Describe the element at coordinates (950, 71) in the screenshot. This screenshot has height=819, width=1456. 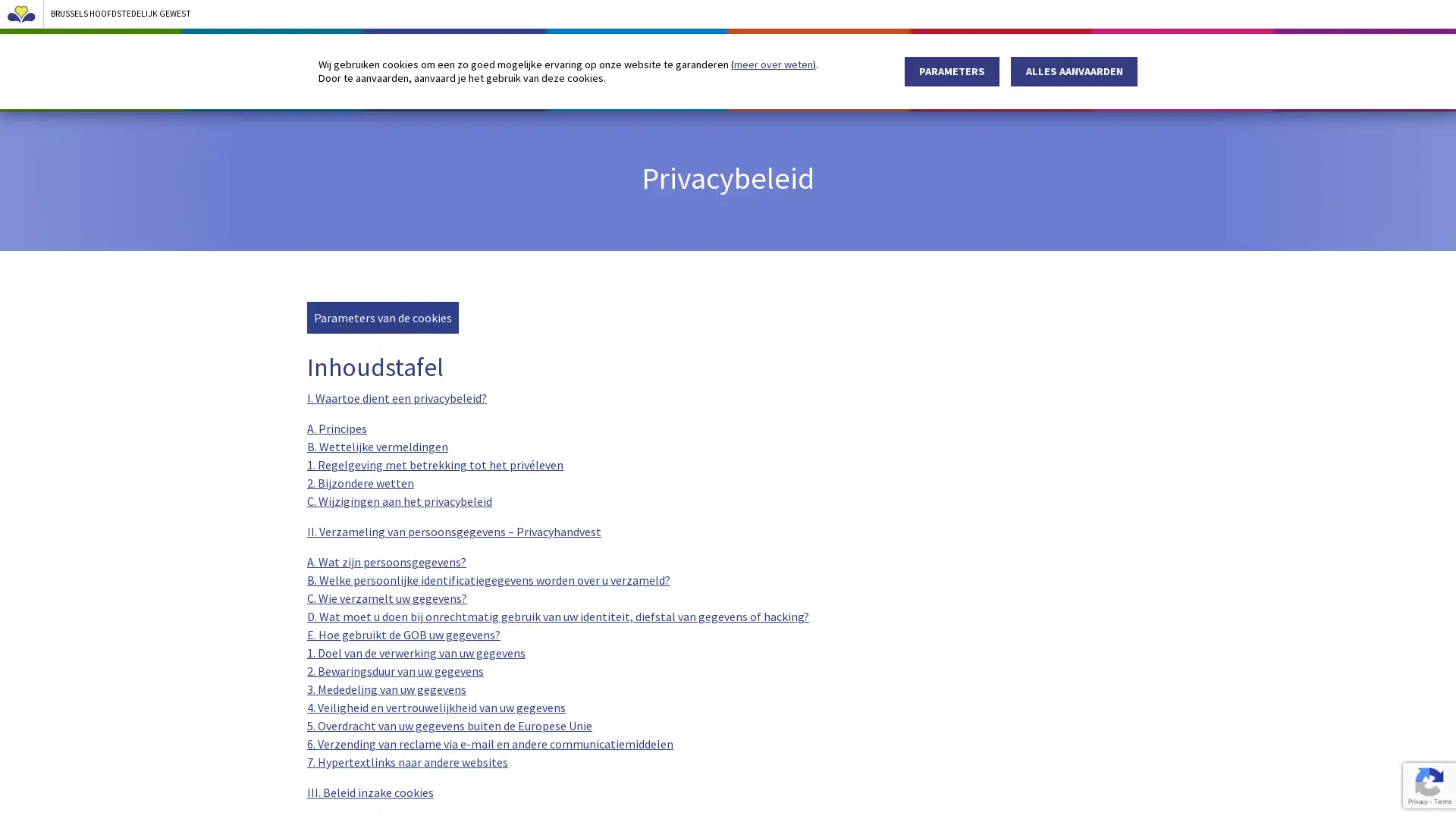
I see `PARAMETERS` at that location.